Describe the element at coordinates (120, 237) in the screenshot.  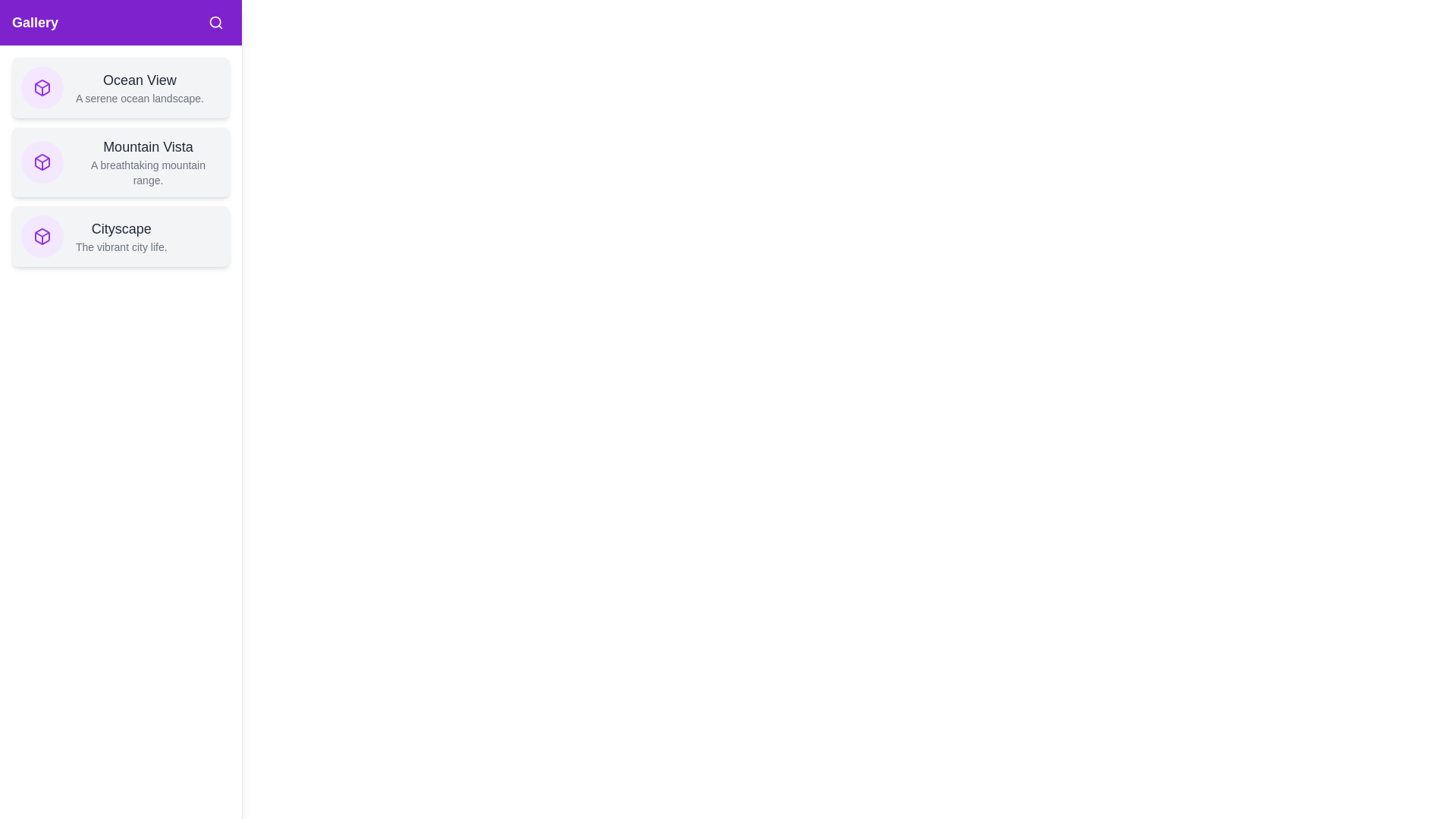
I see `the gallery item titled Cityscape` at that location.